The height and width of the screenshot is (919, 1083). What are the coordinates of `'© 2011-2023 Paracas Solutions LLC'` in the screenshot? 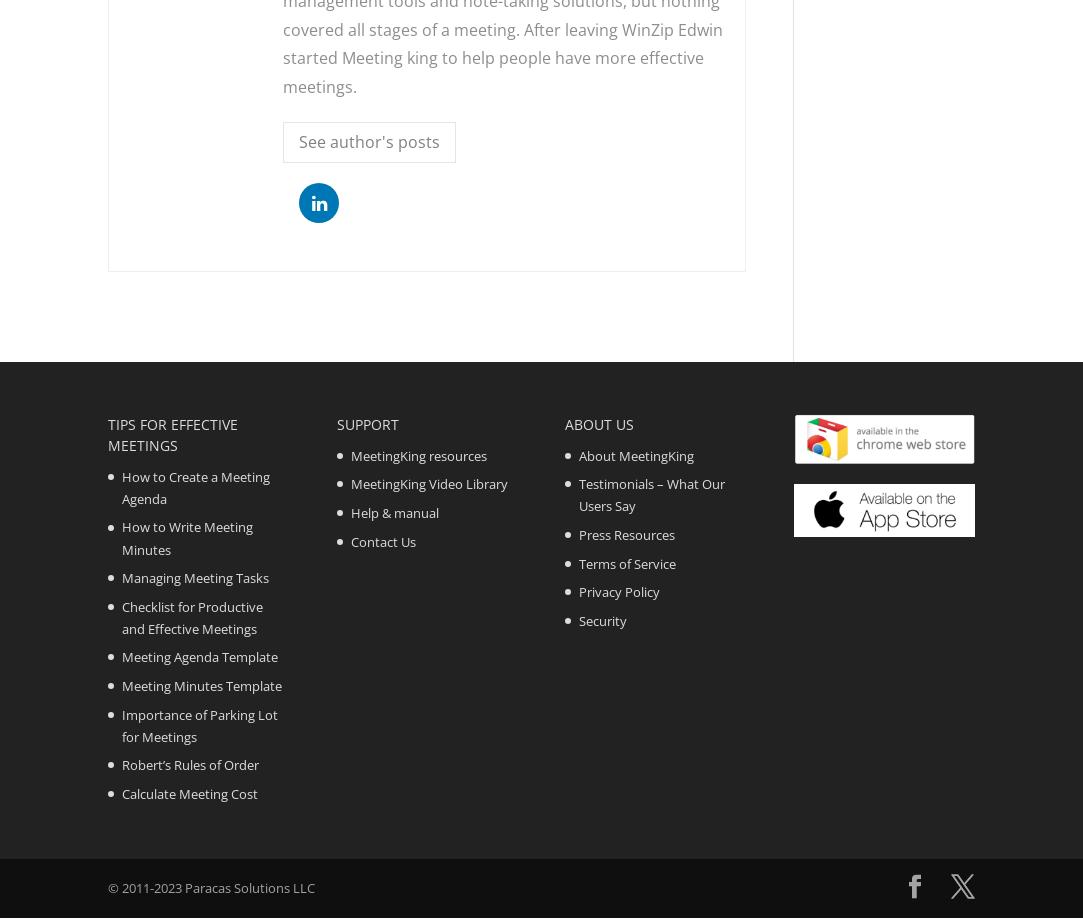 It's located at (210, 887).